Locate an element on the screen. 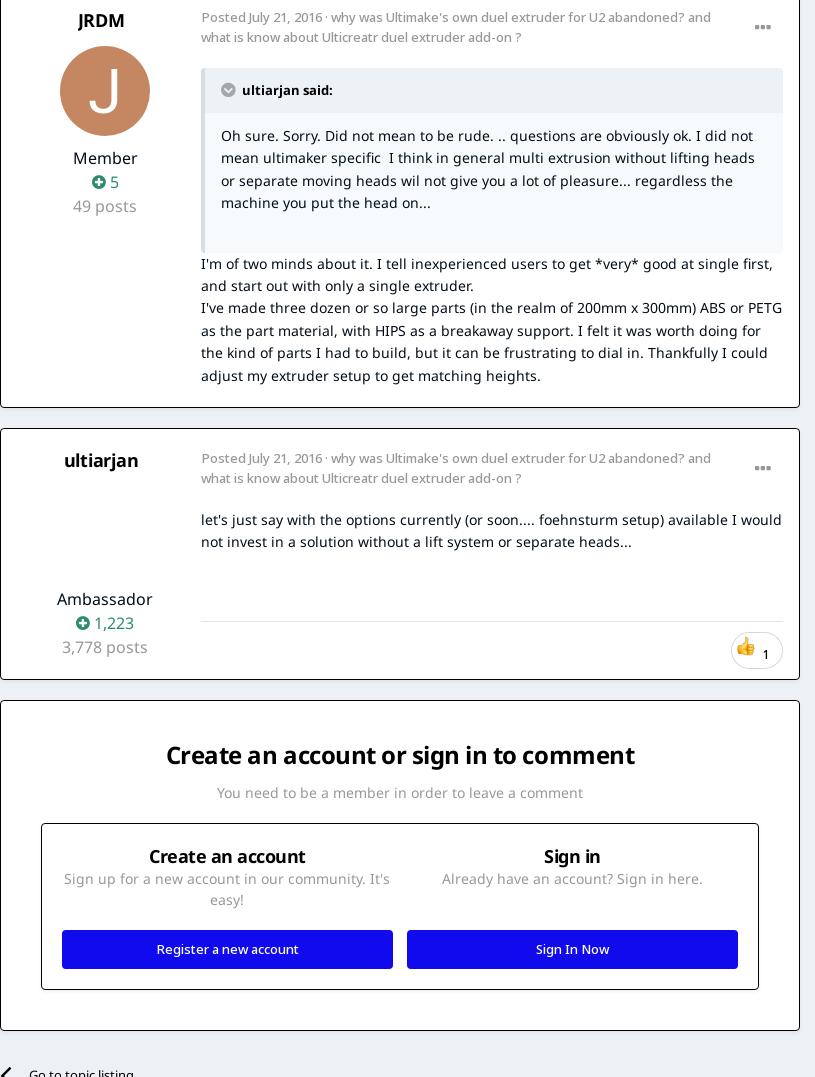 This screenshot has height=1077, width=815. 'Ambassador' is located at coordinates (55, 598).